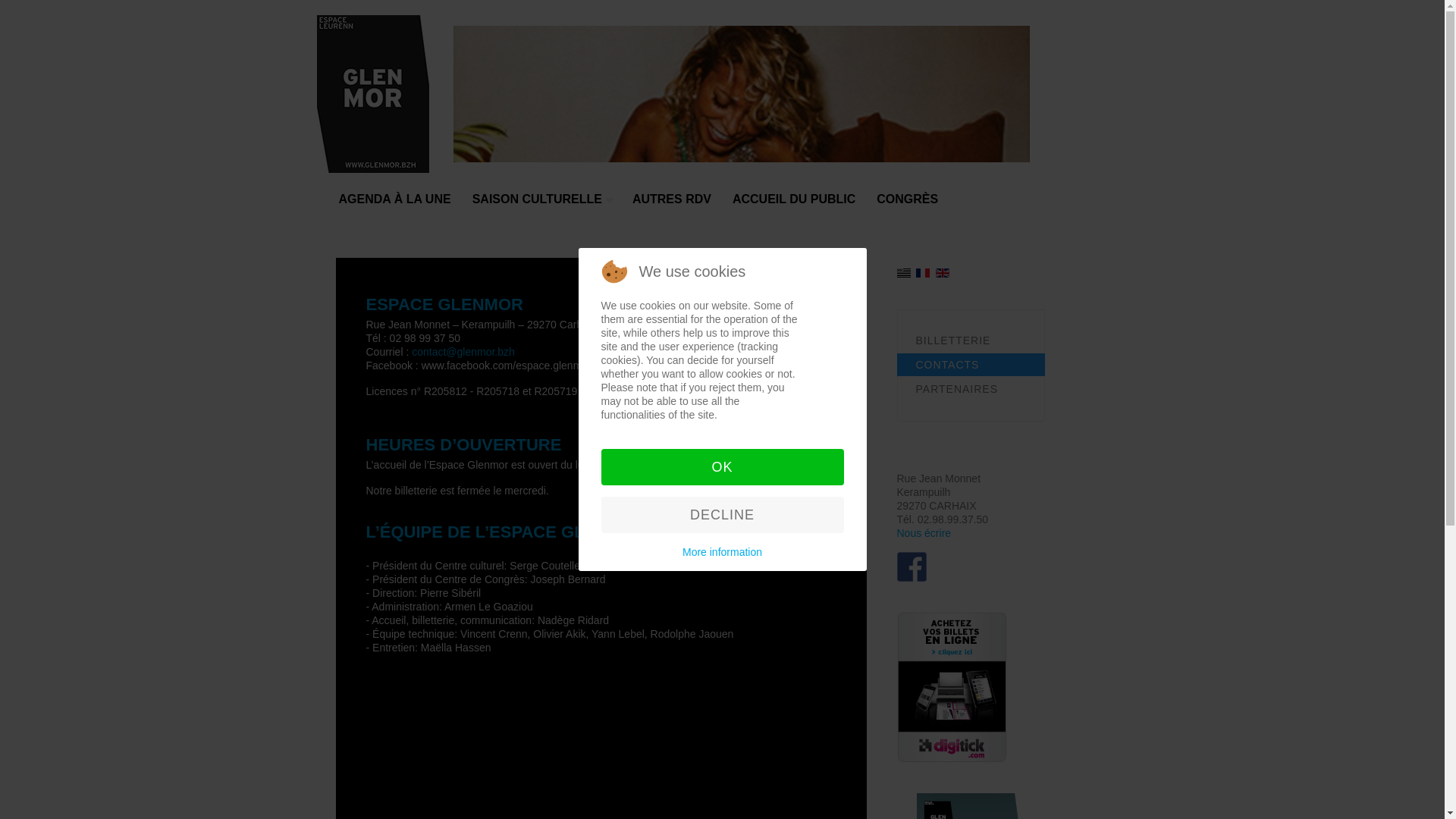  I want to click on 'Facebook', so click(910, 566).